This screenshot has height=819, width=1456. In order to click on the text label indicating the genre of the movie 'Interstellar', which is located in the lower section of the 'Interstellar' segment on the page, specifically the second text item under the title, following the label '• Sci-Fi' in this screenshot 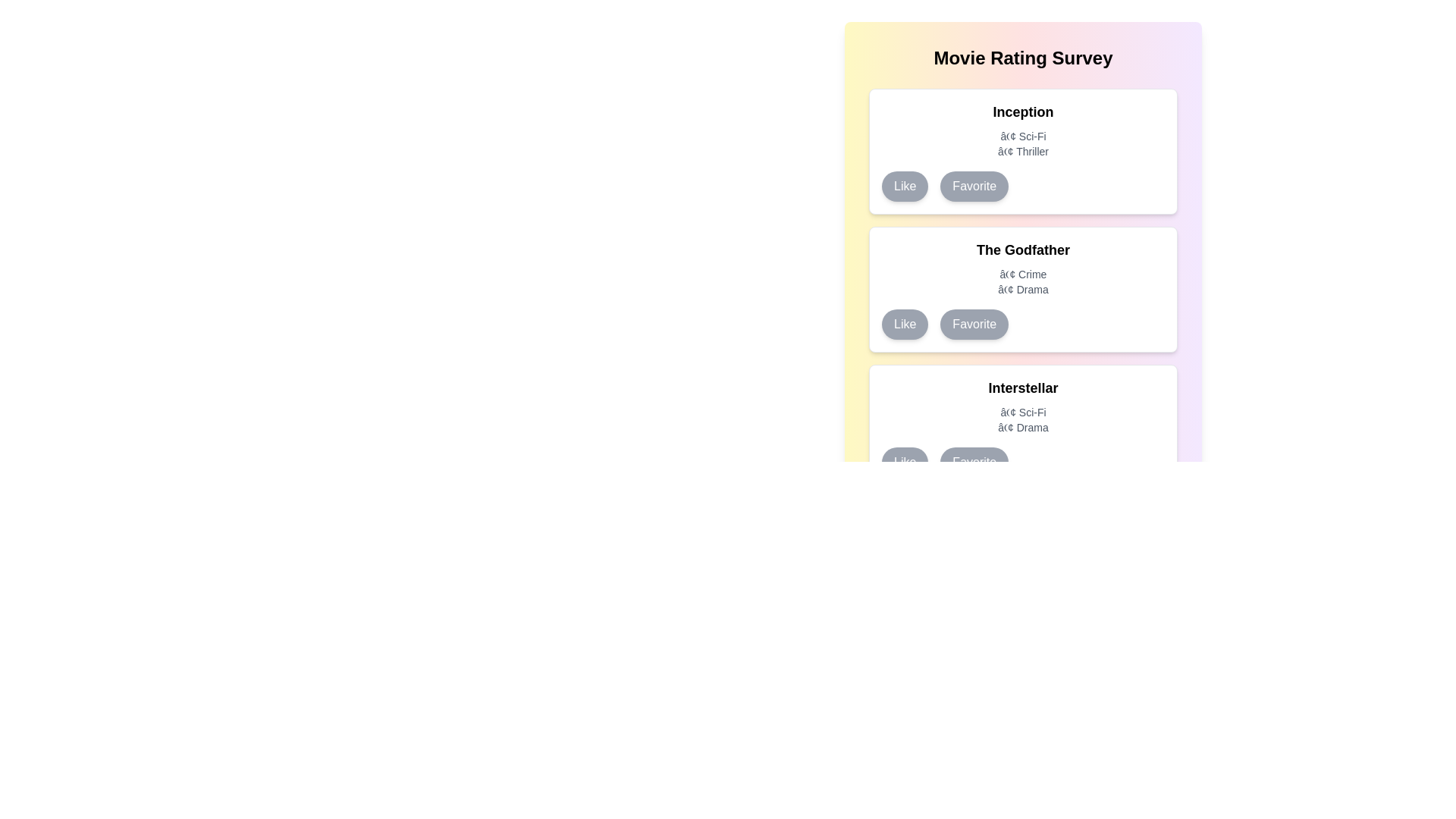, I will do `click(1023, 427)`.